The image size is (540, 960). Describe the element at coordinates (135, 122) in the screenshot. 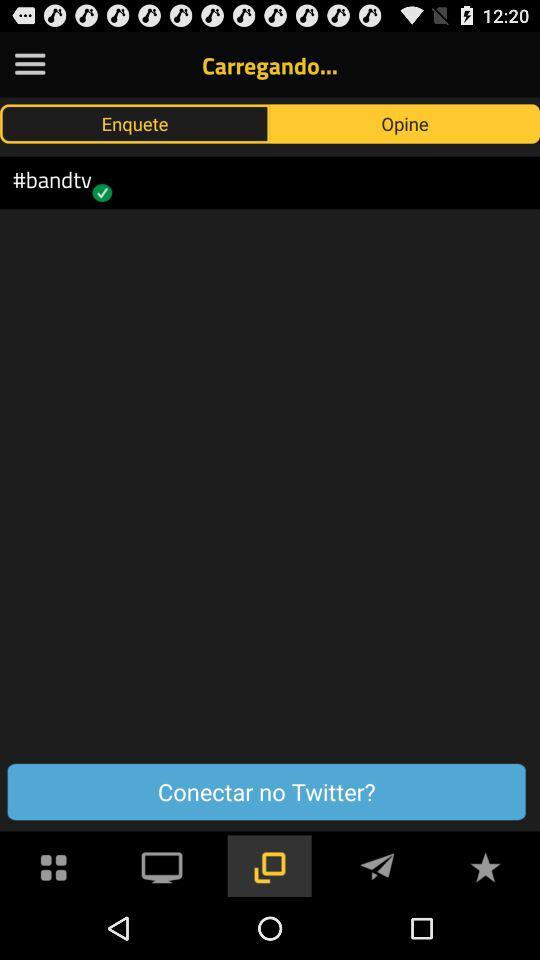

I see `button next to opine icon` at that location.